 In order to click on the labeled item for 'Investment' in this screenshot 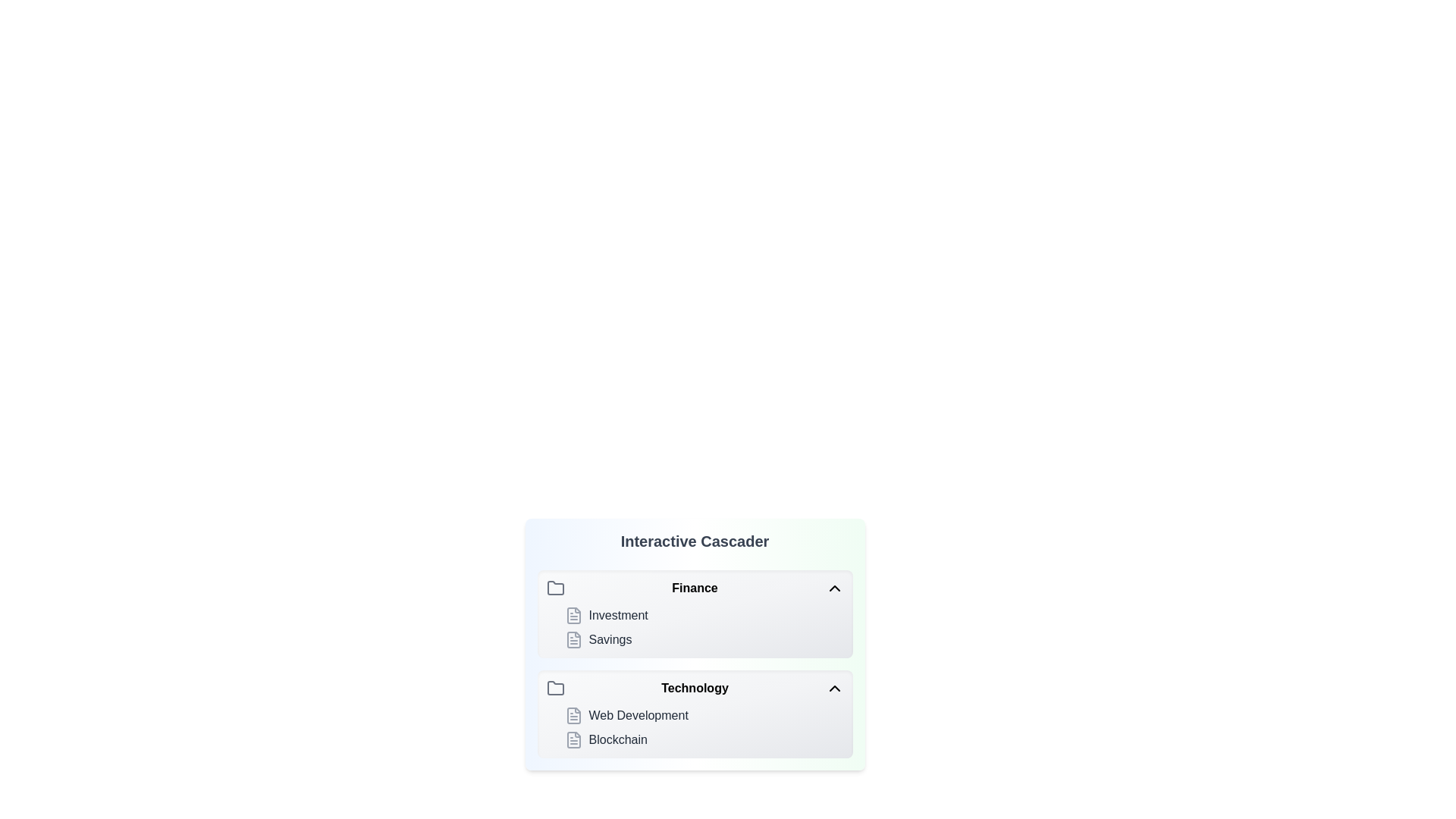, I will do `click(703, 616)`.